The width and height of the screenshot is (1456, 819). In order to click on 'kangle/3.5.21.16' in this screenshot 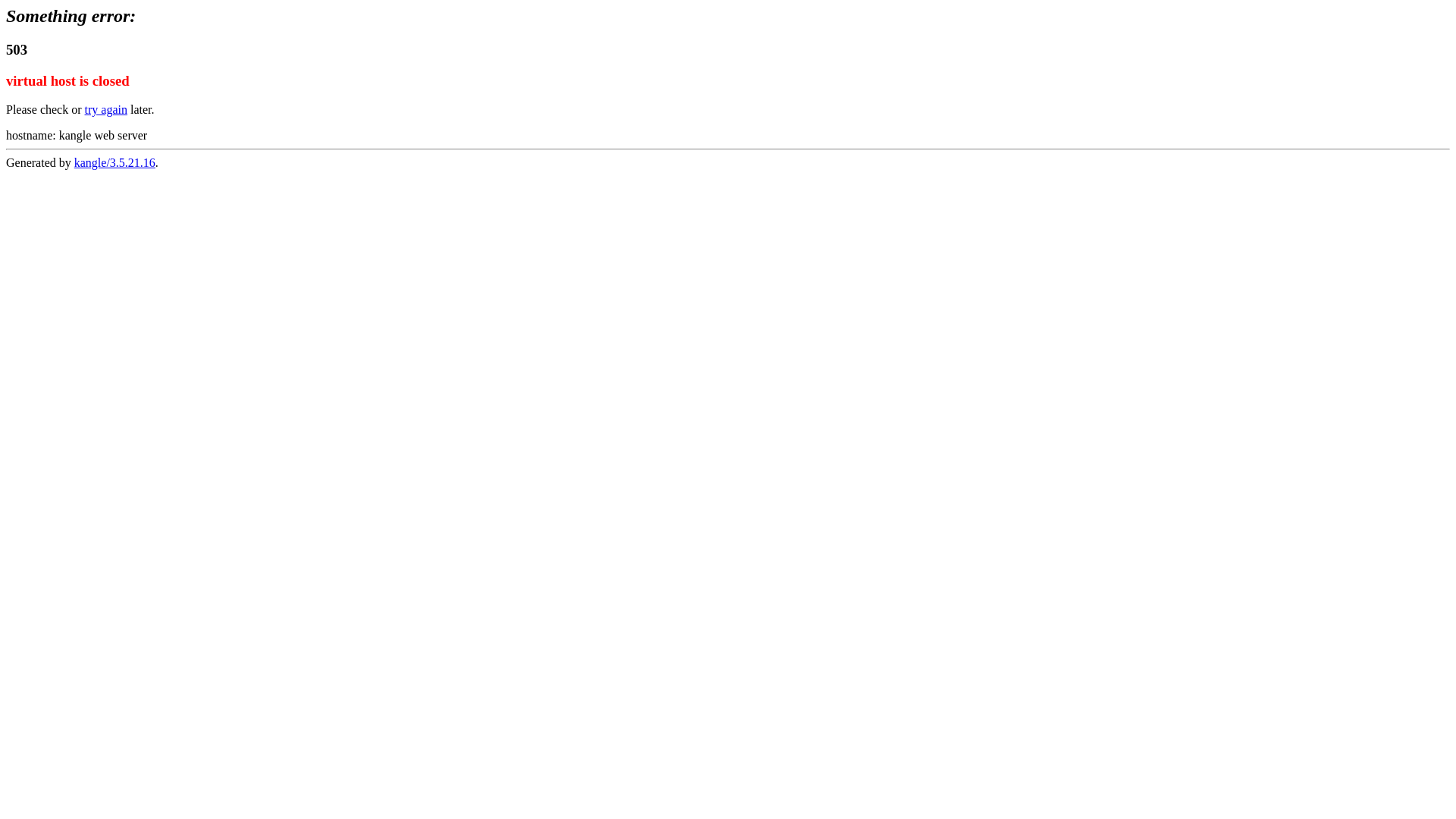, I will do `click(114, 162)`.